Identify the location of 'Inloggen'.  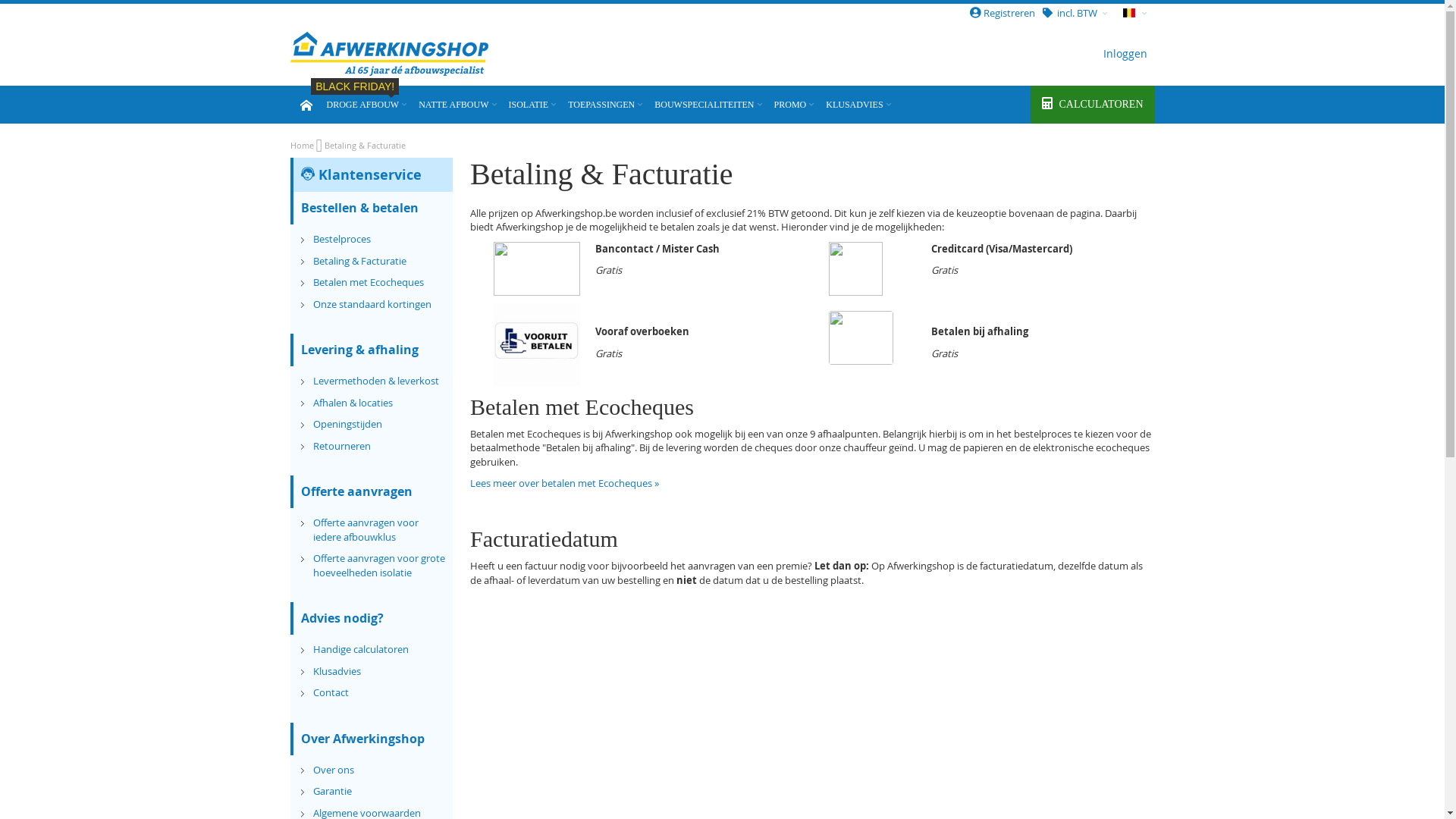
(1098, 52).